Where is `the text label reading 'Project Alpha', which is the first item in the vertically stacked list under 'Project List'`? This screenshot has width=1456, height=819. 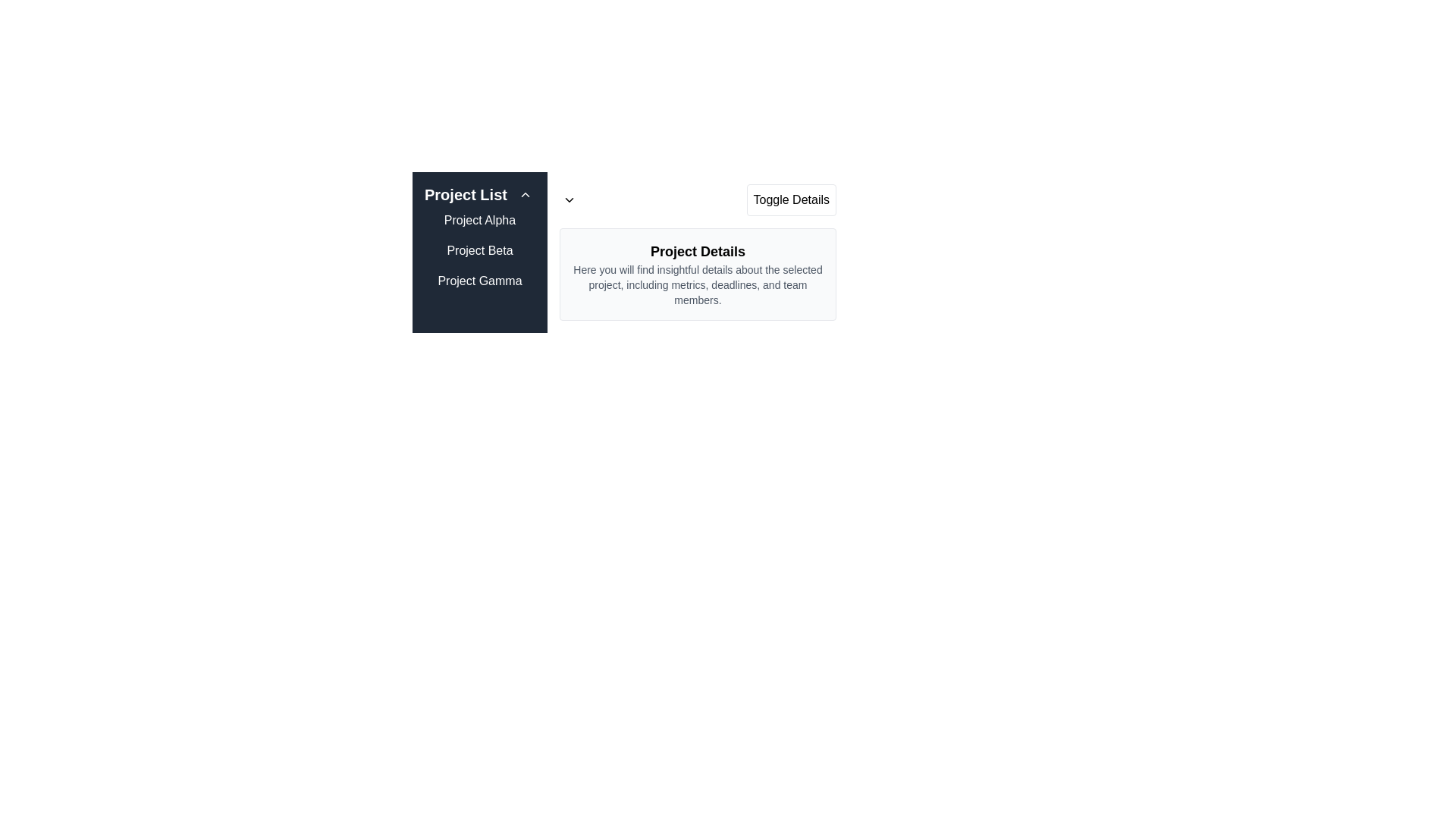 the text label reading 'Project Alpha', which is the first item in the vertically stacked list under 'Project List' is located at coordinates (479, 220).